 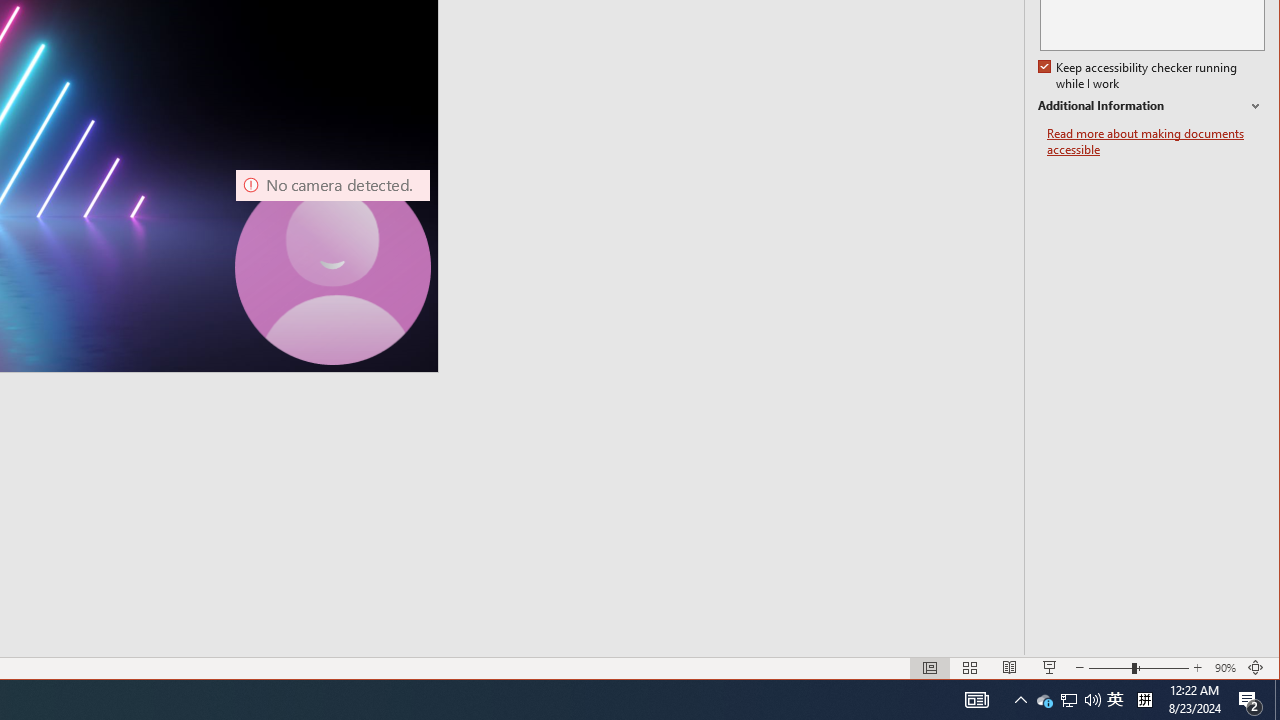 What do you see at coordinates (1224, 668) in the screenshot?
I see `'Zoom 90%'` at bounding box center [1224, 668].